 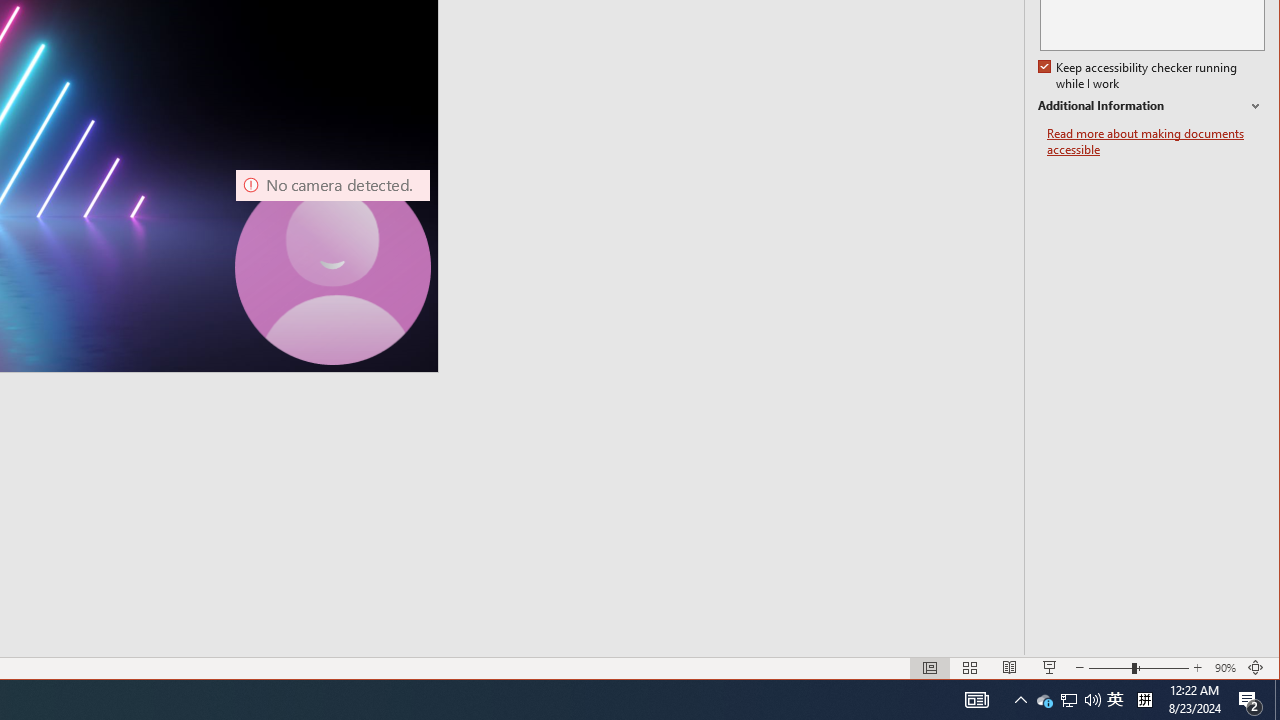 What do you see at coordinates (1224, 668) in the screenshot?
I see `'Zoom 90%'` at bounding box center [1224, 668].